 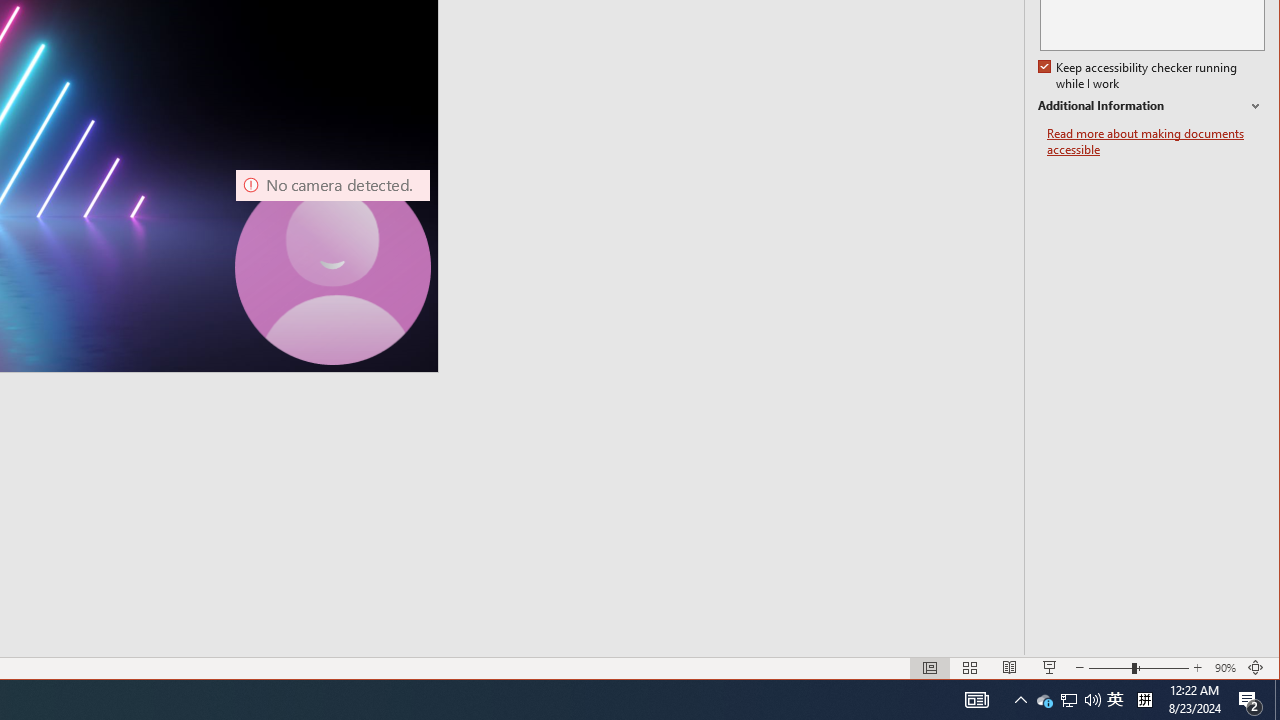 What do you see at coordinates (1224, 668) in the screenshot?
I see `'Zoom 90%'` at bounding box center [1224, 668].